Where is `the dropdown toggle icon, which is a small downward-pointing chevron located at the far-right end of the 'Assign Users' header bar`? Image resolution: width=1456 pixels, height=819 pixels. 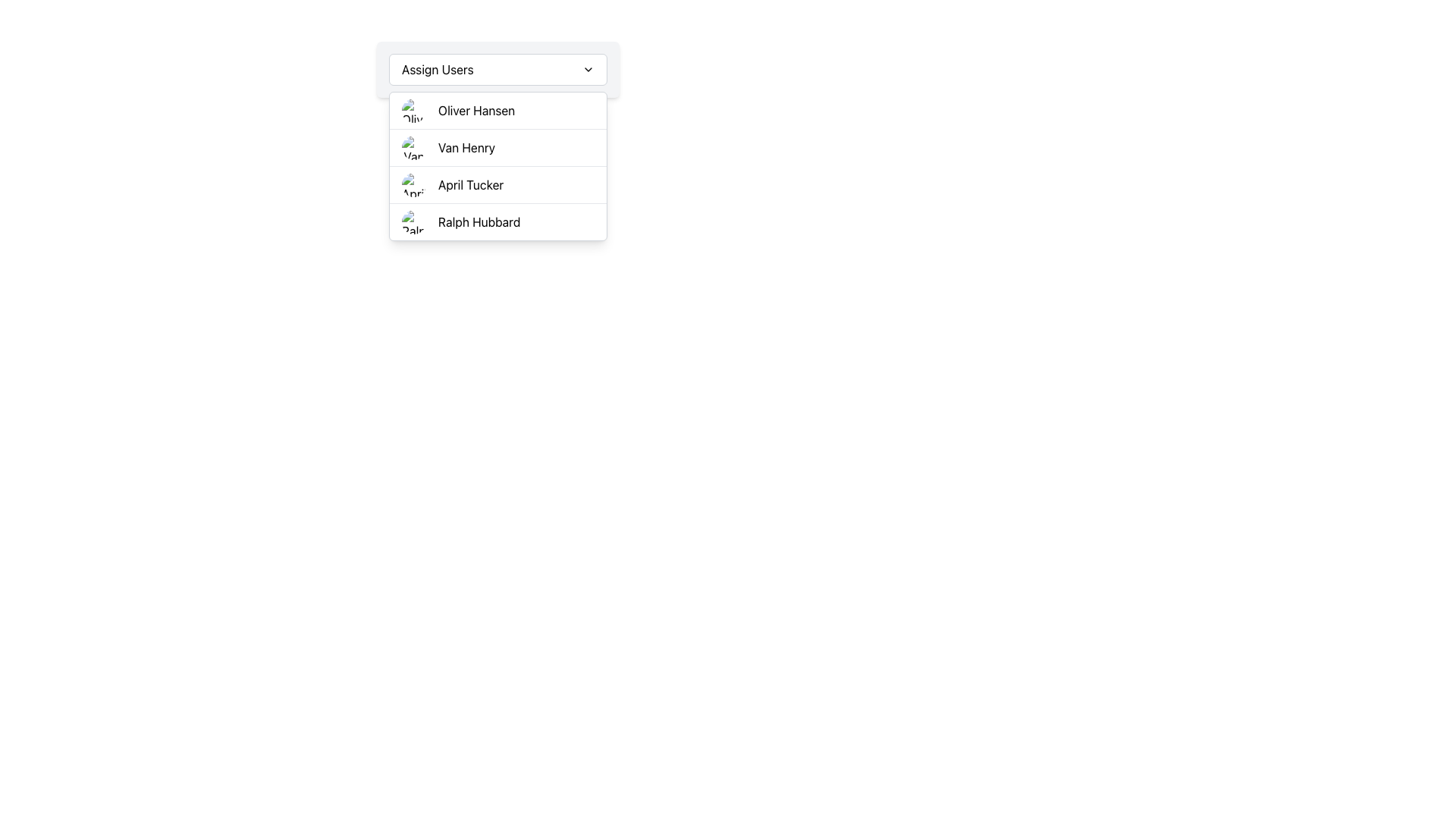
the dropdown toggle icon, which is a small downward-pointing chevron located at the far-right end of the 'Assign Users' header bar is located at coordinates (588, 70).